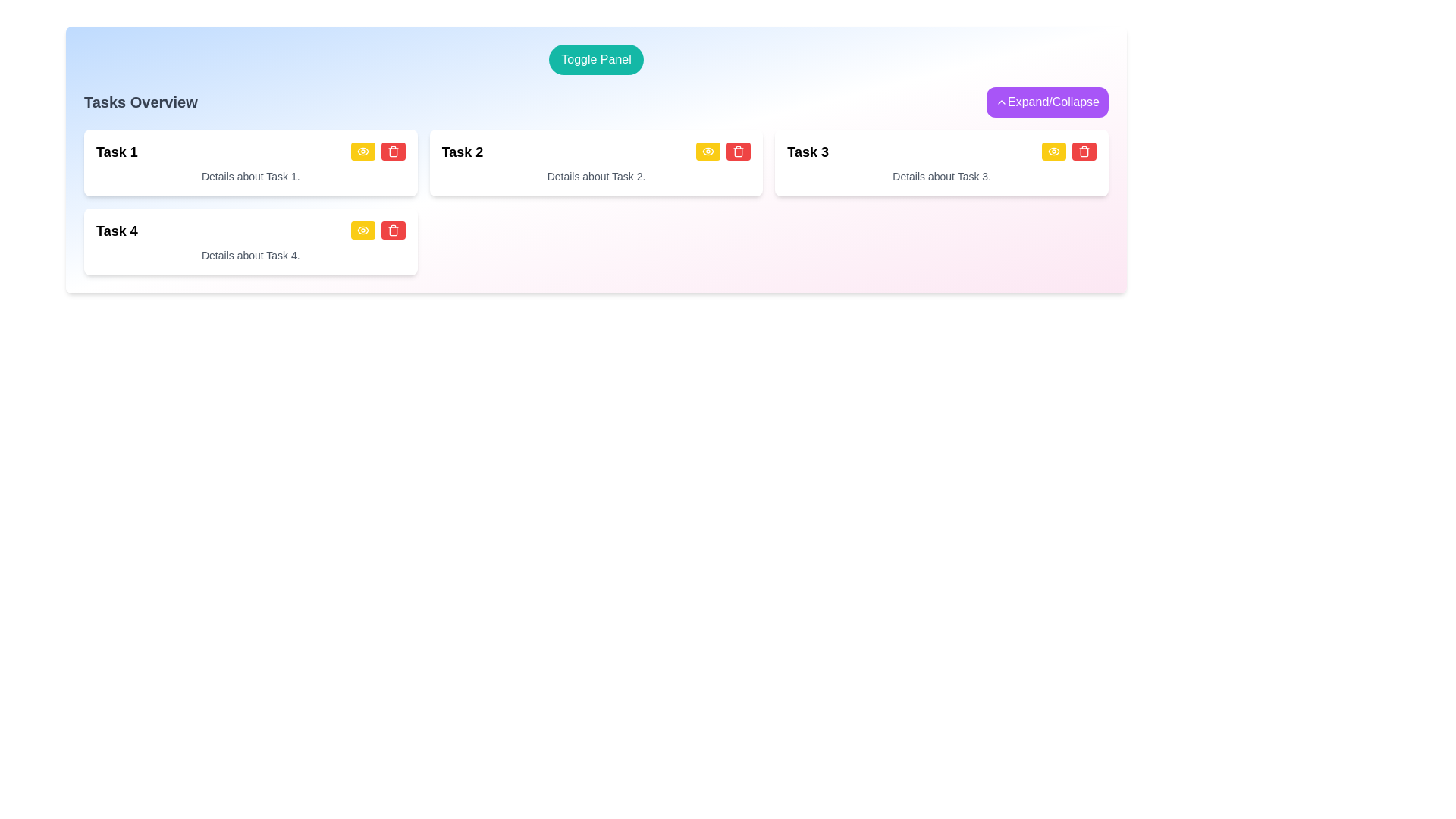  What do you see at coordinates (739, 151) in the screenshot?
I see `the trash can icon within the red delete button` at bounding box center [739, 151].